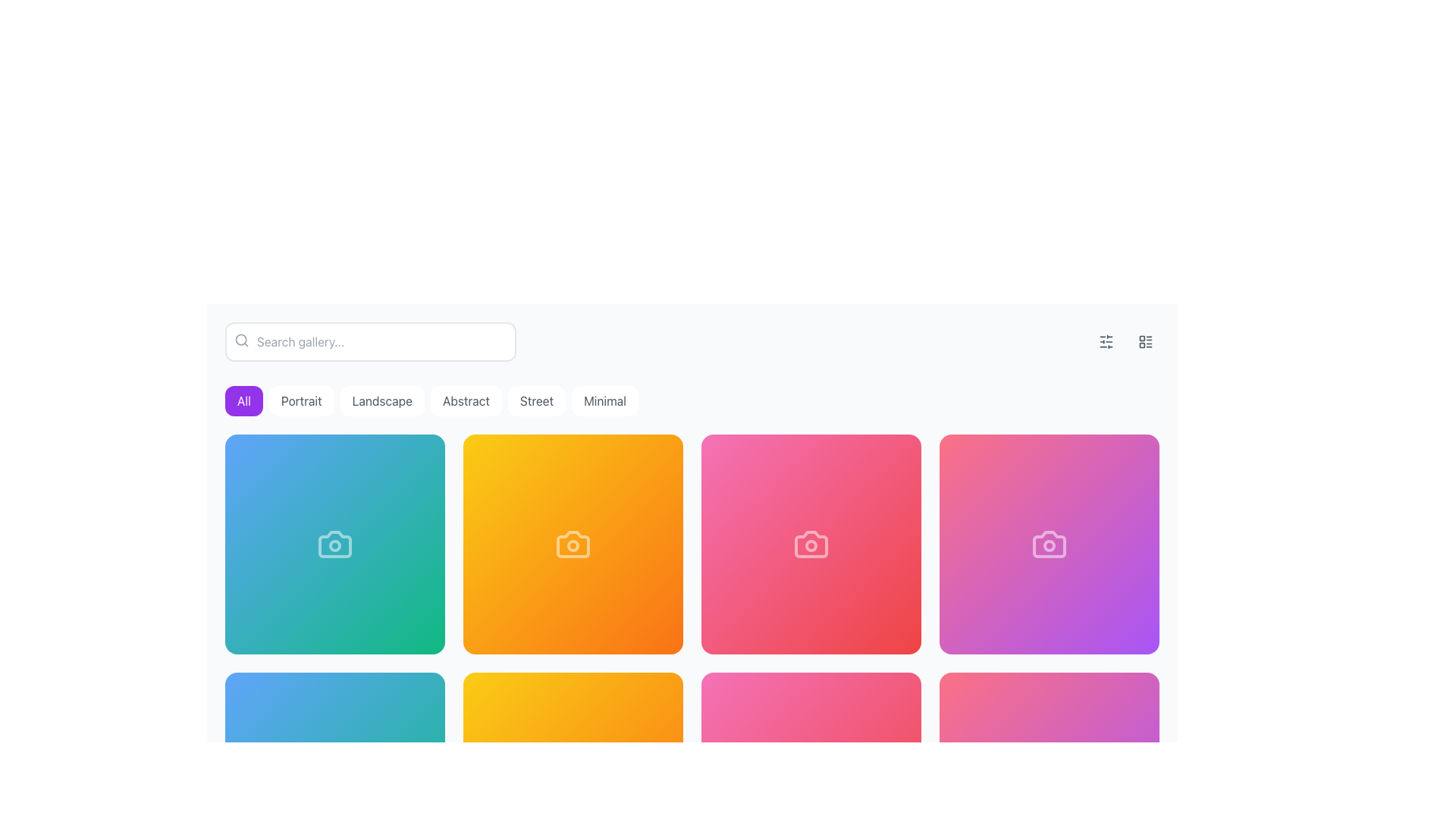 This screenshot has width=1456, height=819. I want to click on the camera outline icon located in the first row and first column of a 3x3 grid of colorful gradient boxes, which is positioned at the center of a blue-green gradient box, so click(334, 543).